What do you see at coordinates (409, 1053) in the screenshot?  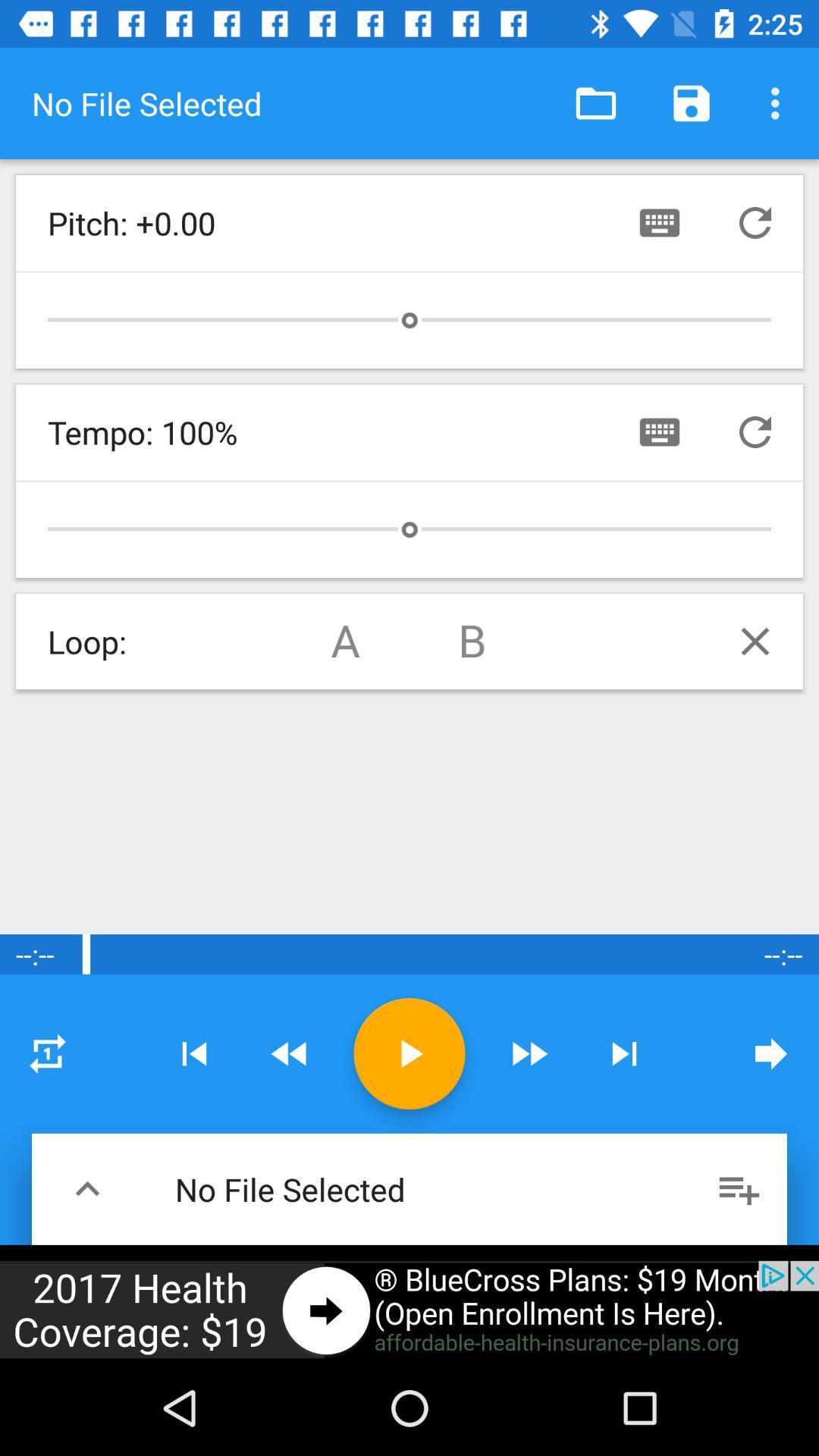 I see `the play icon` at bounding box center [409, 1053].